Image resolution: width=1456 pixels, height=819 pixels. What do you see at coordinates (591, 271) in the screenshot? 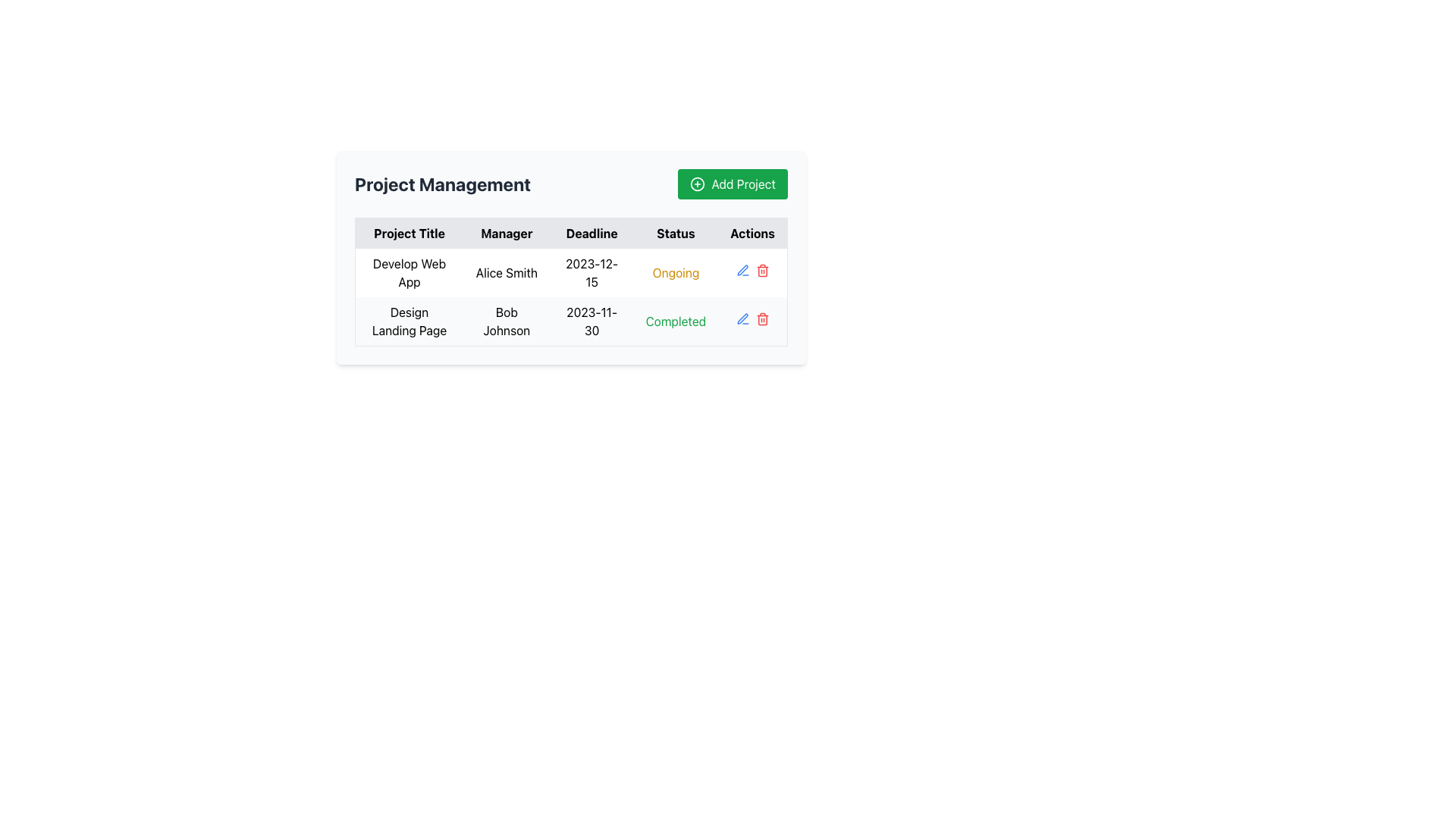
I see `the static text displaying the date '2023-12-15' in the 'Deadline' column of the project's management table` at bounding box center [591, 271].